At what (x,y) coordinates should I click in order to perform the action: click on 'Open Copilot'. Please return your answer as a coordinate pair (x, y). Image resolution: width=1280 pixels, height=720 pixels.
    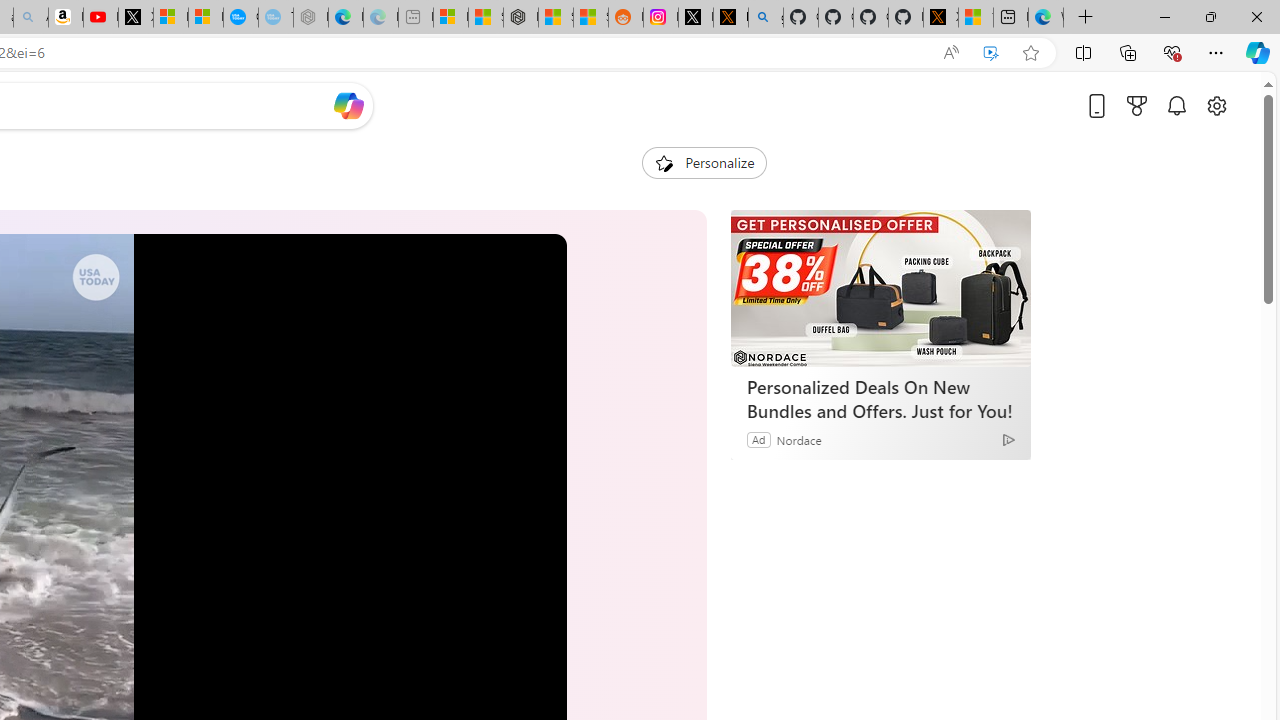
    Looking at the image, I should click on (348, 105).